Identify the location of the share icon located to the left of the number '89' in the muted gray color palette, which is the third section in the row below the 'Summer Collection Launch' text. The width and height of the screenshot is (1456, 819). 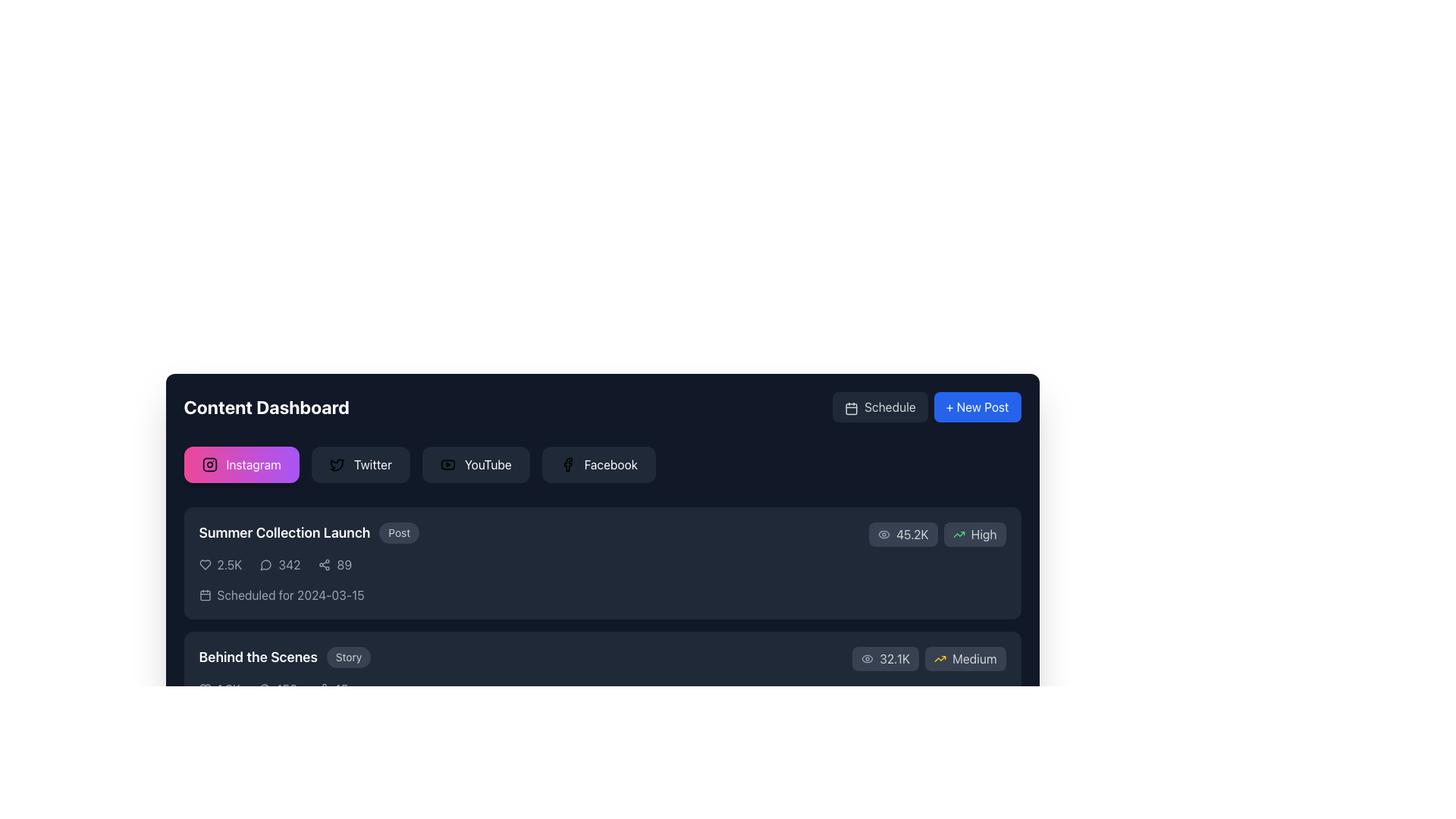
(334, 564).